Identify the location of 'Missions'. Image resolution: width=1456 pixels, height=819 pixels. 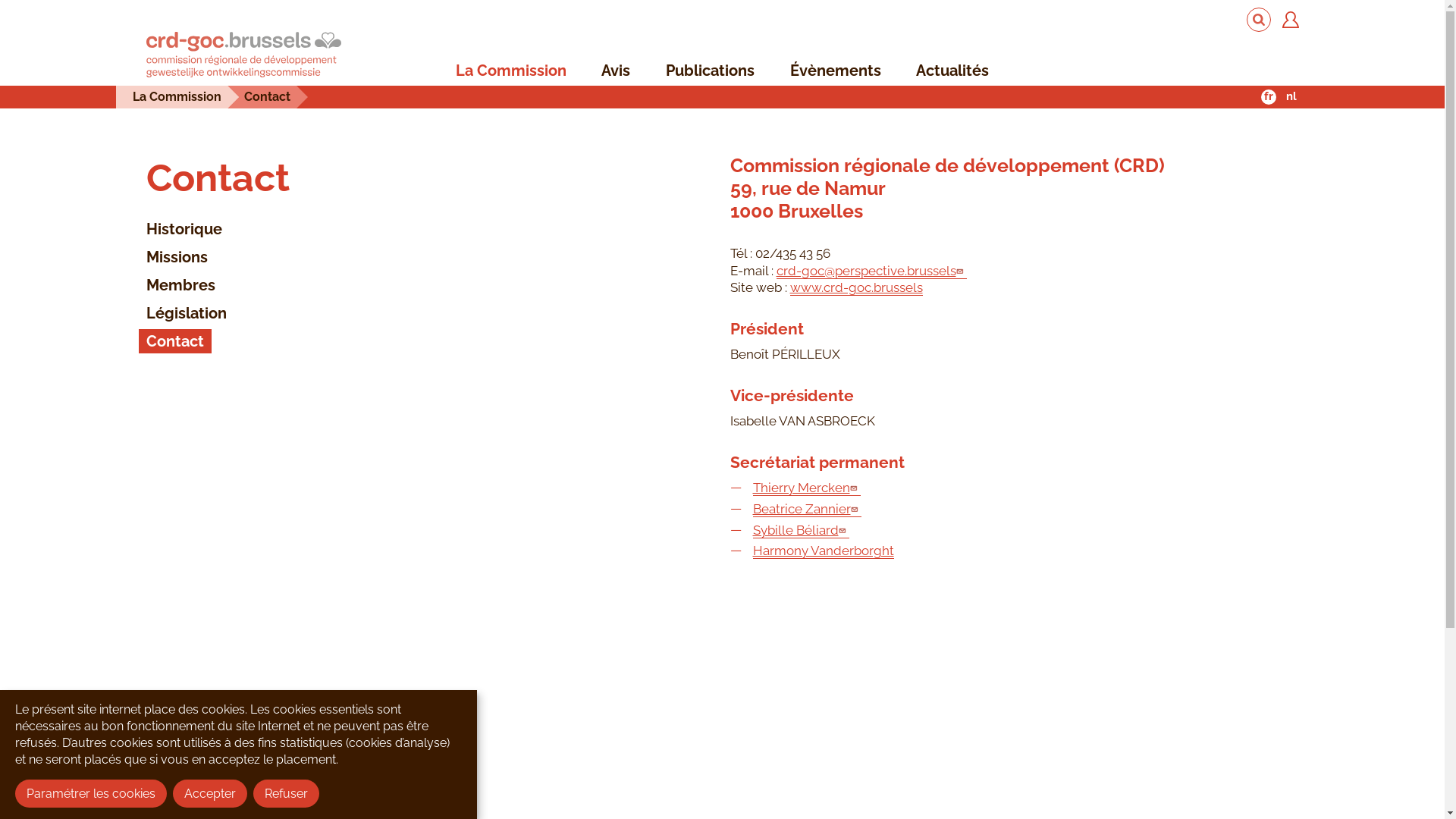
(176, 256).